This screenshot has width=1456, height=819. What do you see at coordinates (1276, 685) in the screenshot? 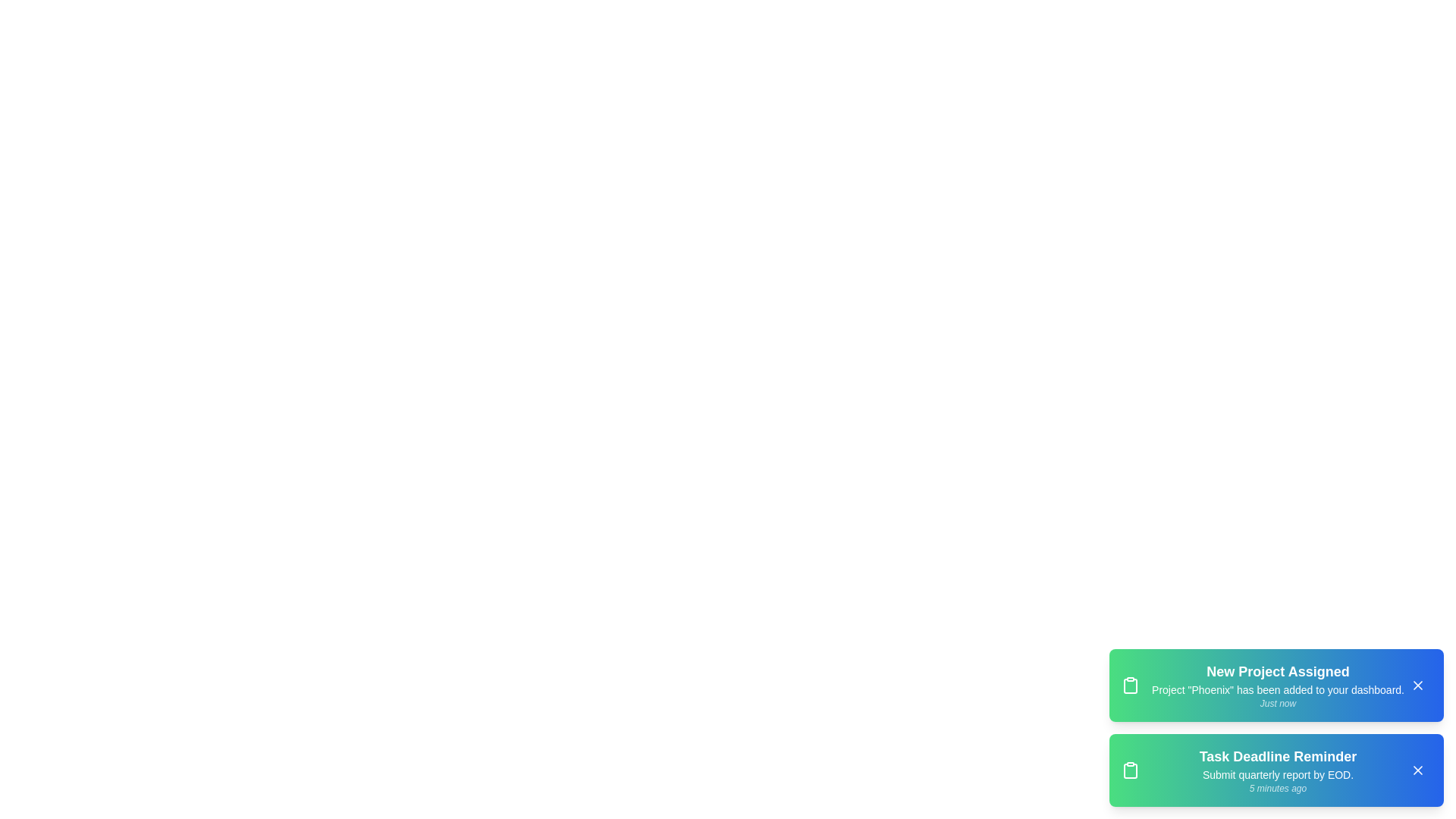
I see `the notification to view its details` at bounding box center [1276, 685].